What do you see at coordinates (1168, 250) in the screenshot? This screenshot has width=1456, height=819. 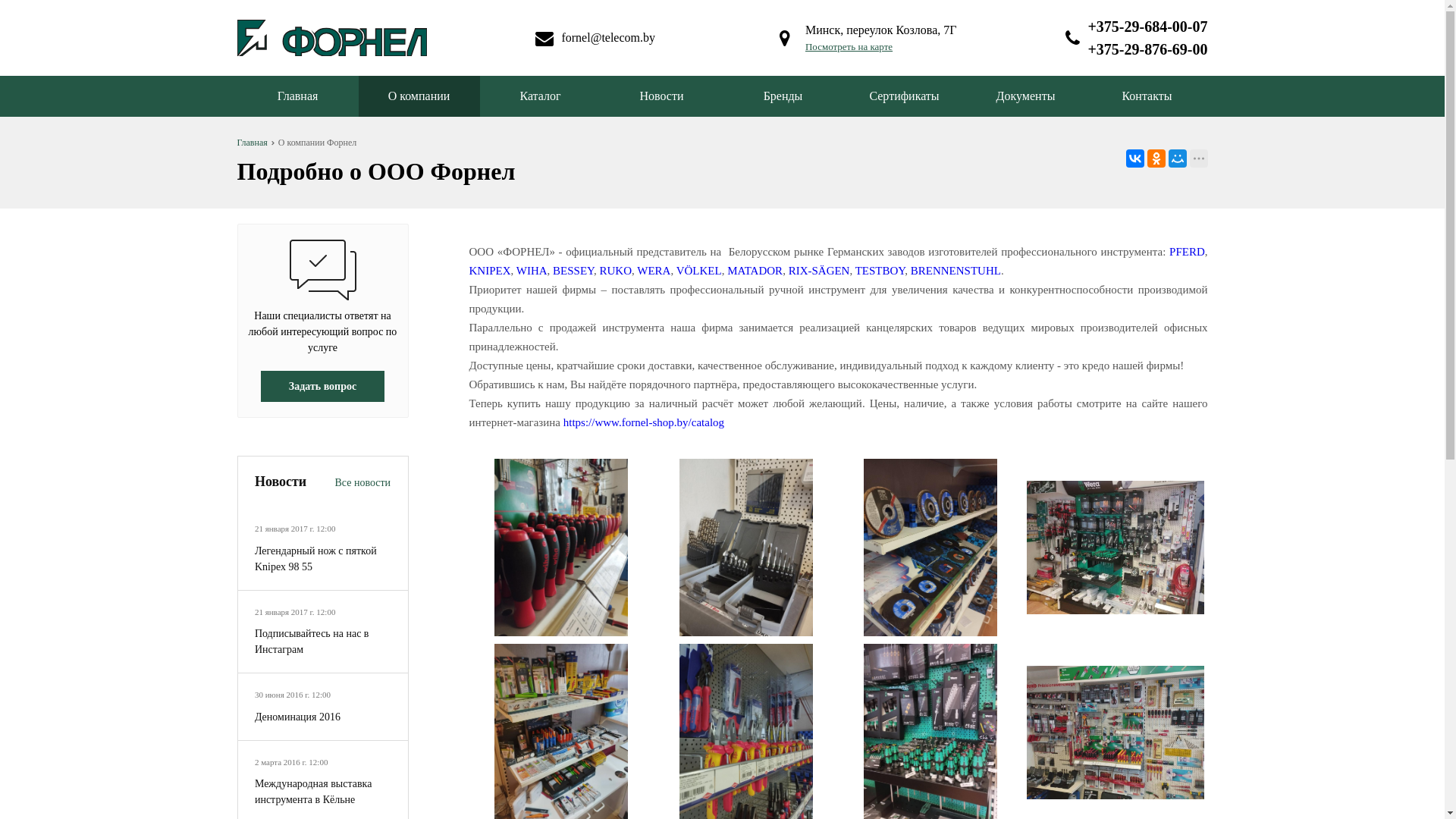 I see `'PFERD'` at bounding box center [1168, 250].